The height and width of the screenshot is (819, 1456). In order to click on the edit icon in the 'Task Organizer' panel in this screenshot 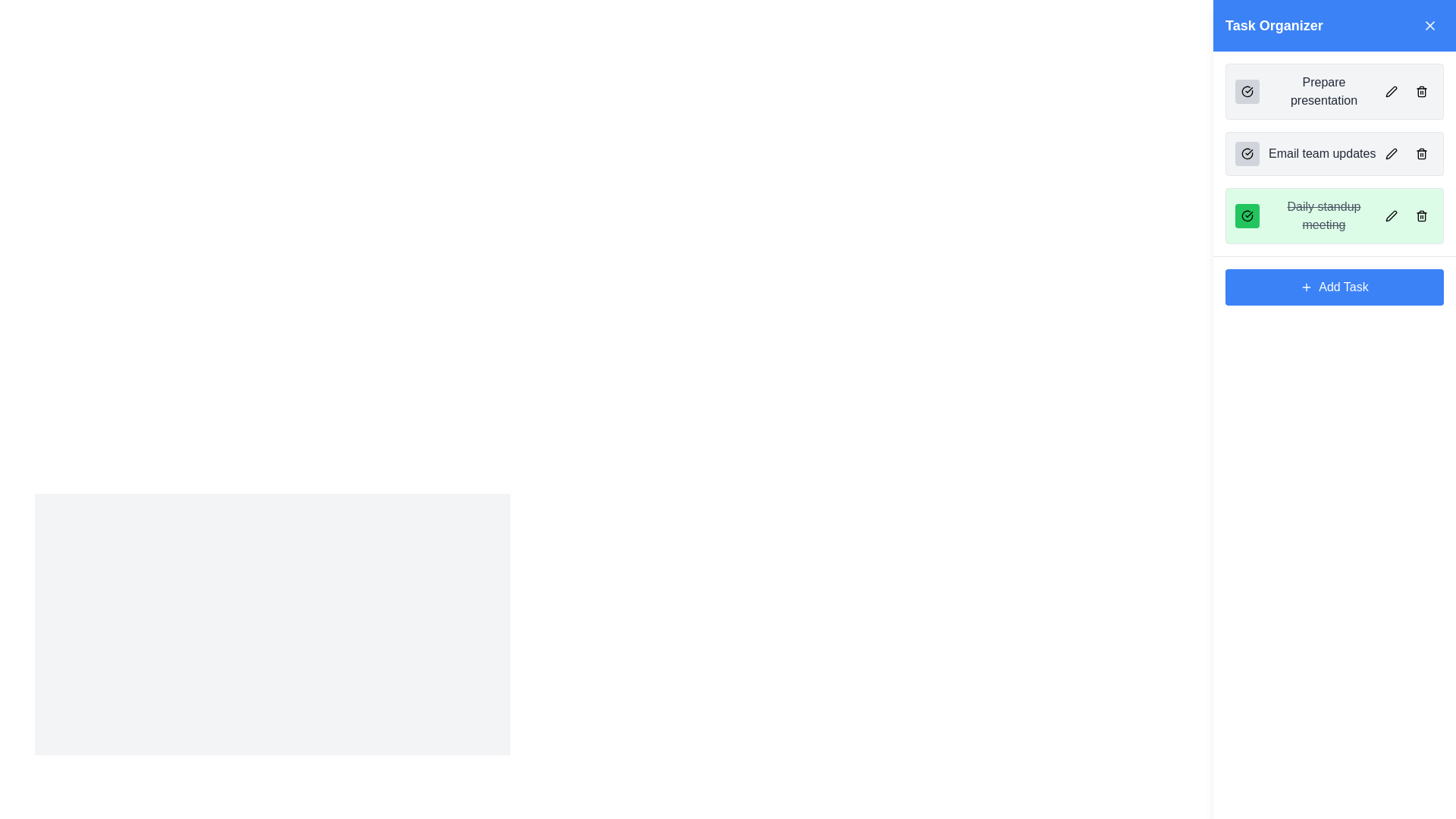, I will do `click(1391, 154)`.